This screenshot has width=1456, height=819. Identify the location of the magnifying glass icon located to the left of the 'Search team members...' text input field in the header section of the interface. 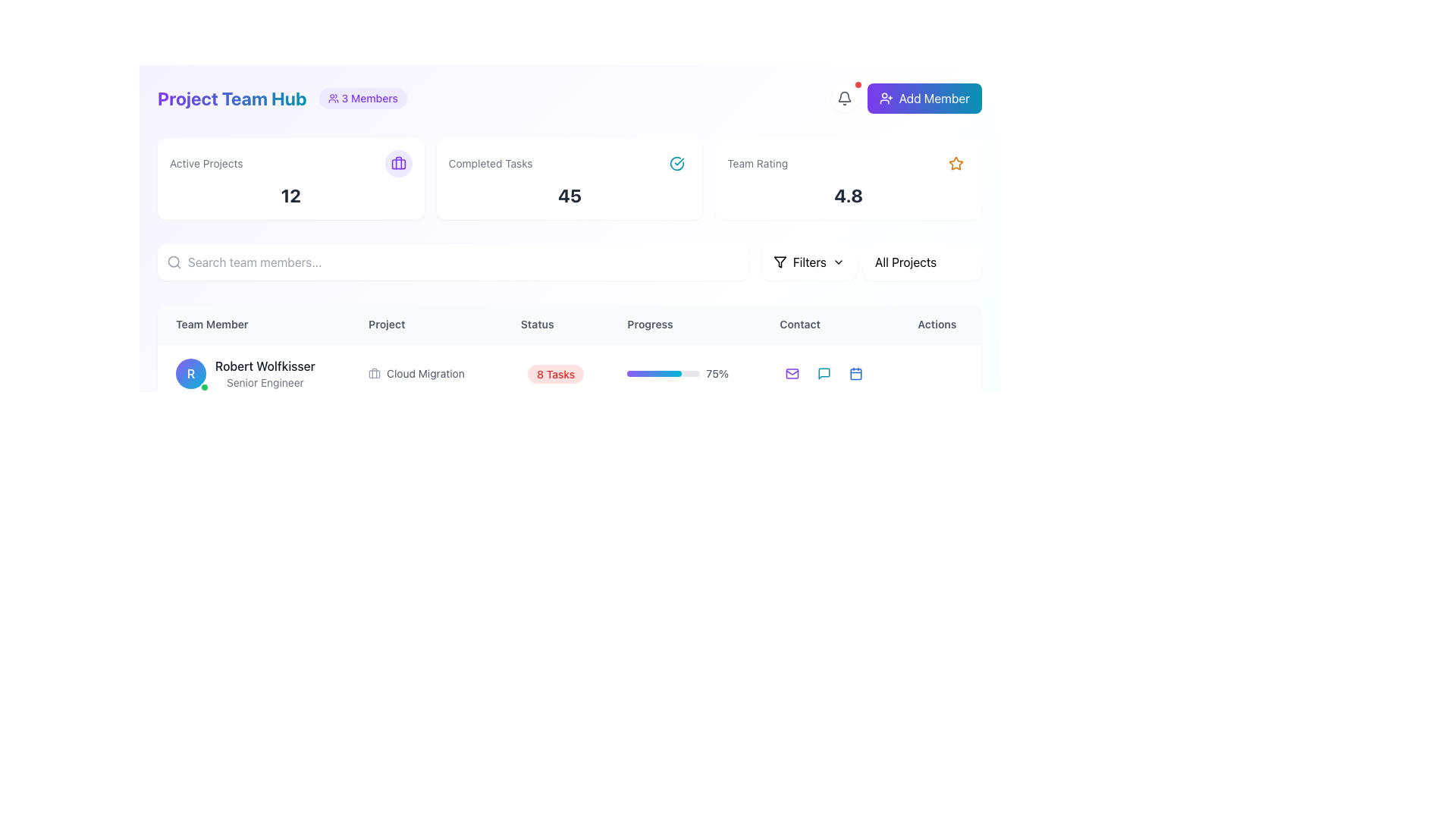
(174, 262).